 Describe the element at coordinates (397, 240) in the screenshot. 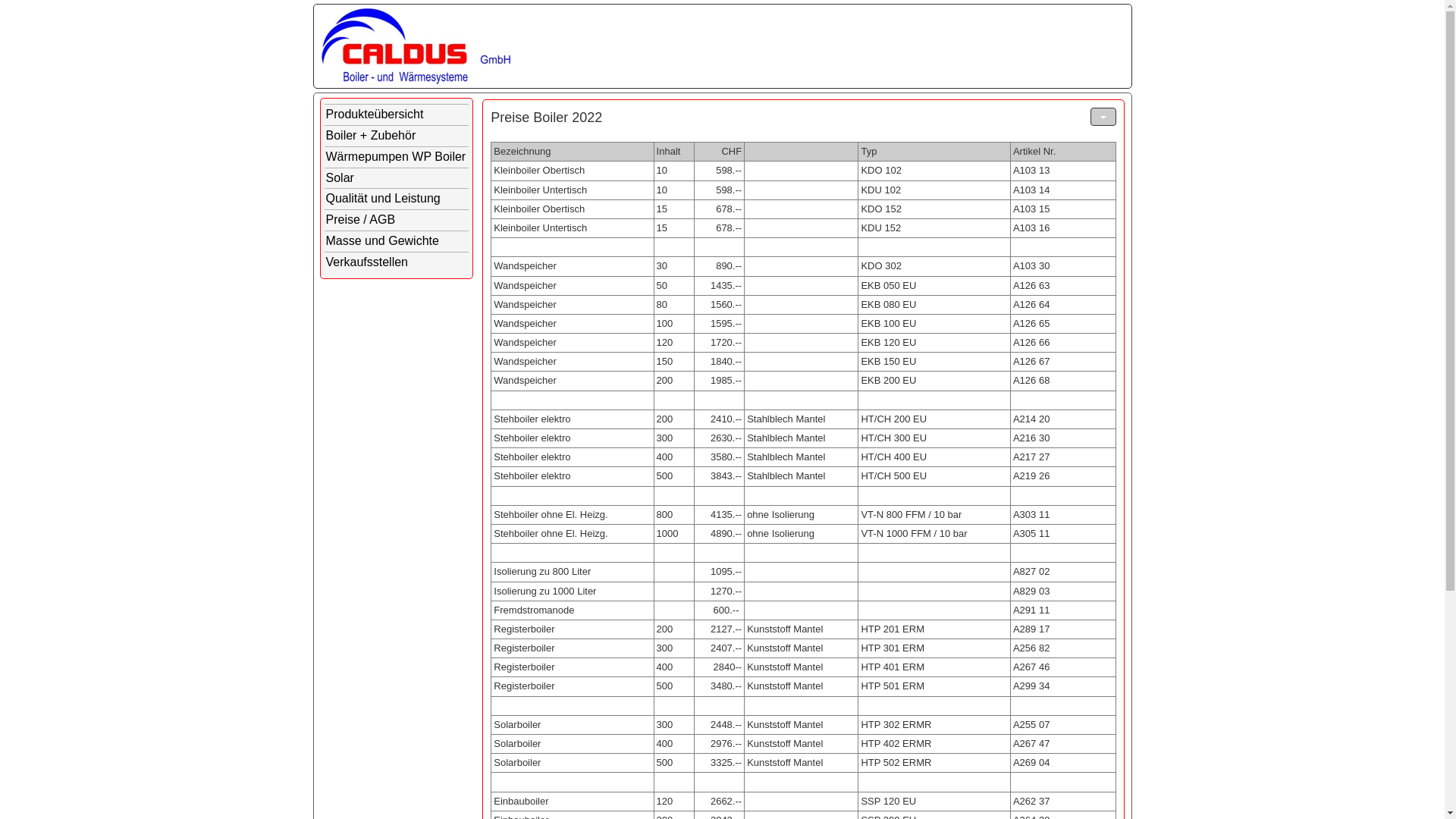

I see `'Masse und Gewichte'` at that location.